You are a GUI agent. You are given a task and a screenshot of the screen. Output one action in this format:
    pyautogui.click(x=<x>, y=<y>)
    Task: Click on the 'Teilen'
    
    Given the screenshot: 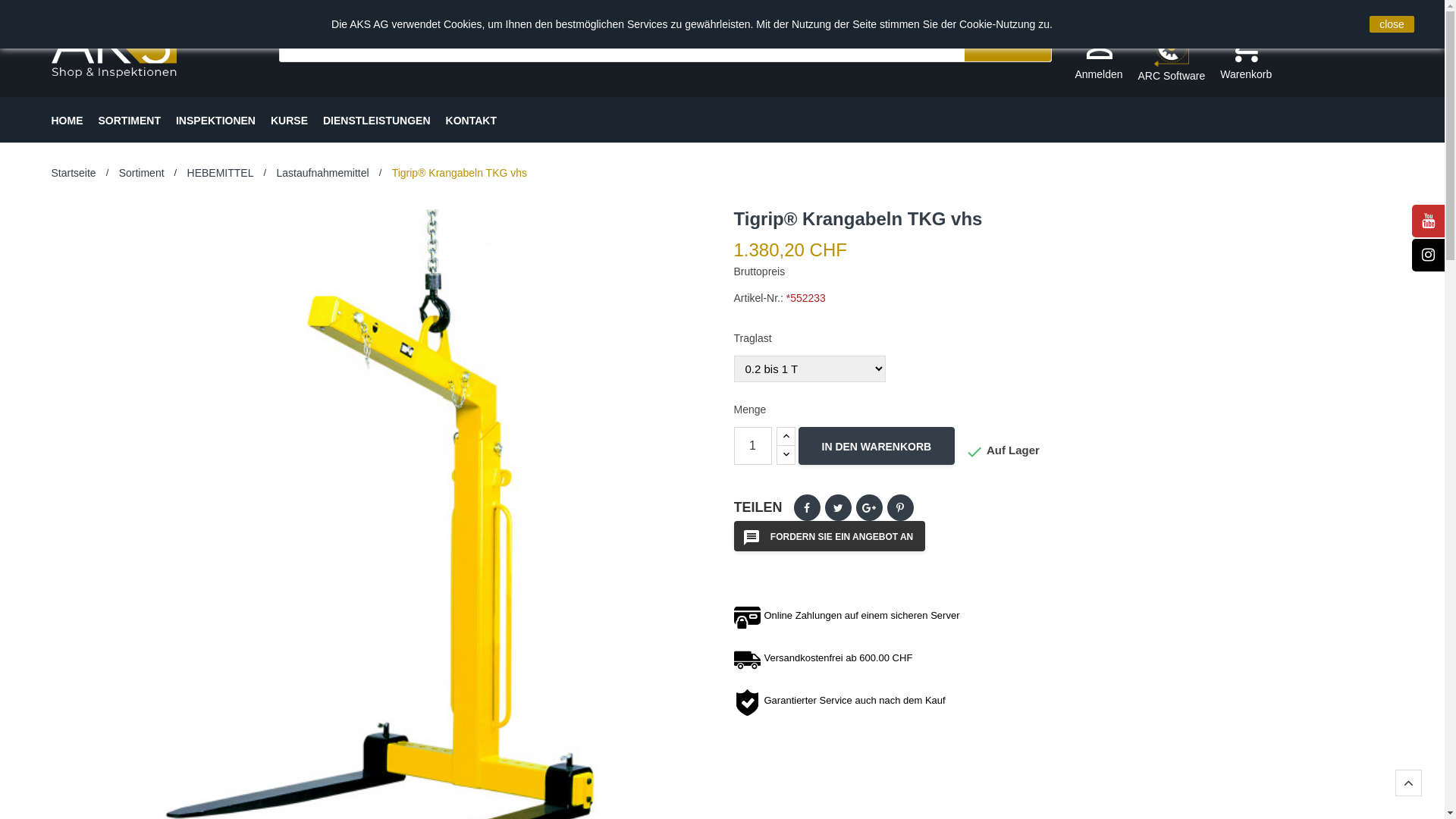 What is the action you would take?
    pyautogui.click(x=806, y=507)
    